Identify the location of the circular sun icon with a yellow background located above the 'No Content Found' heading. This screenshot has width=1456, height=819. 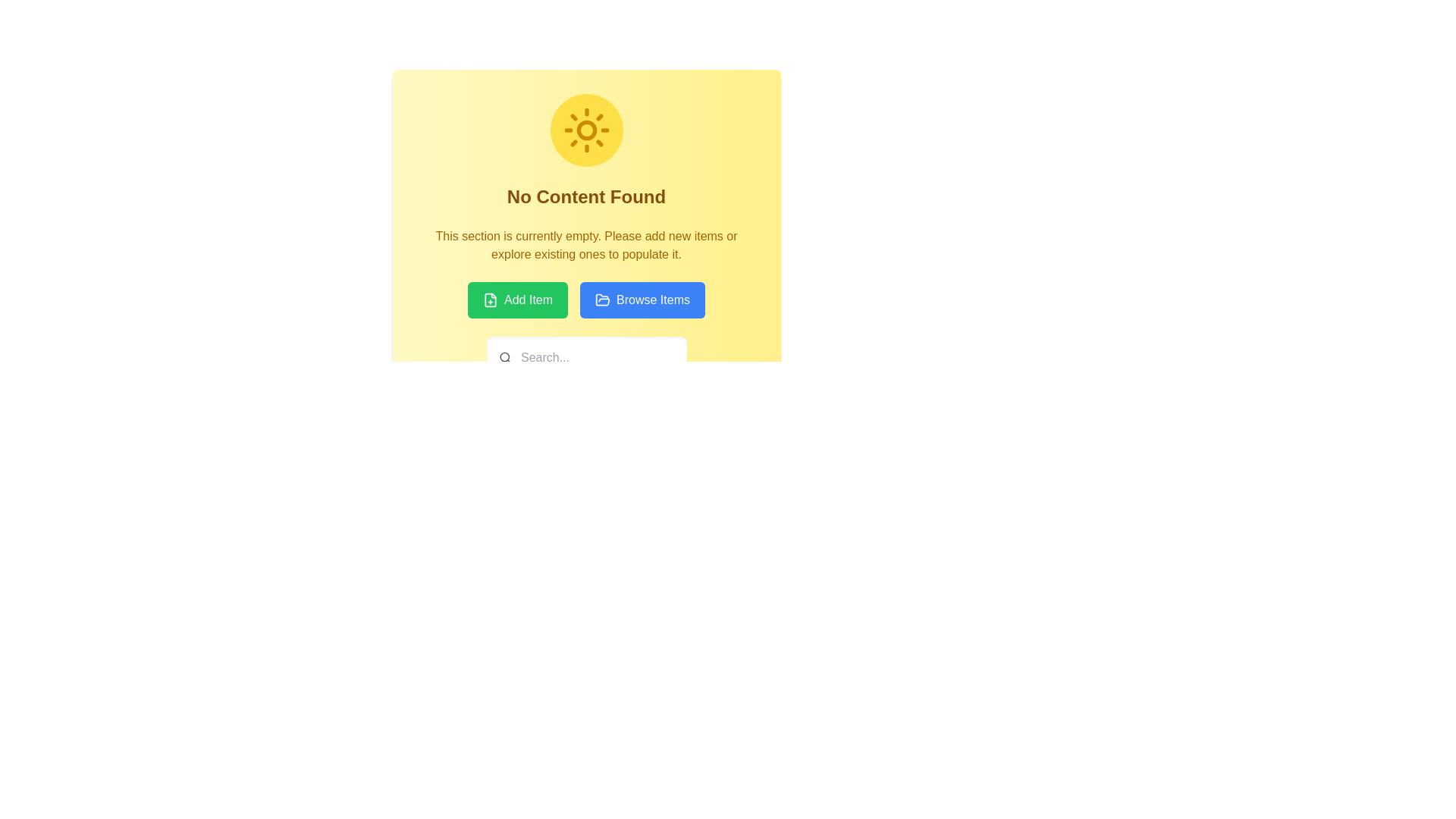
(585, 130).